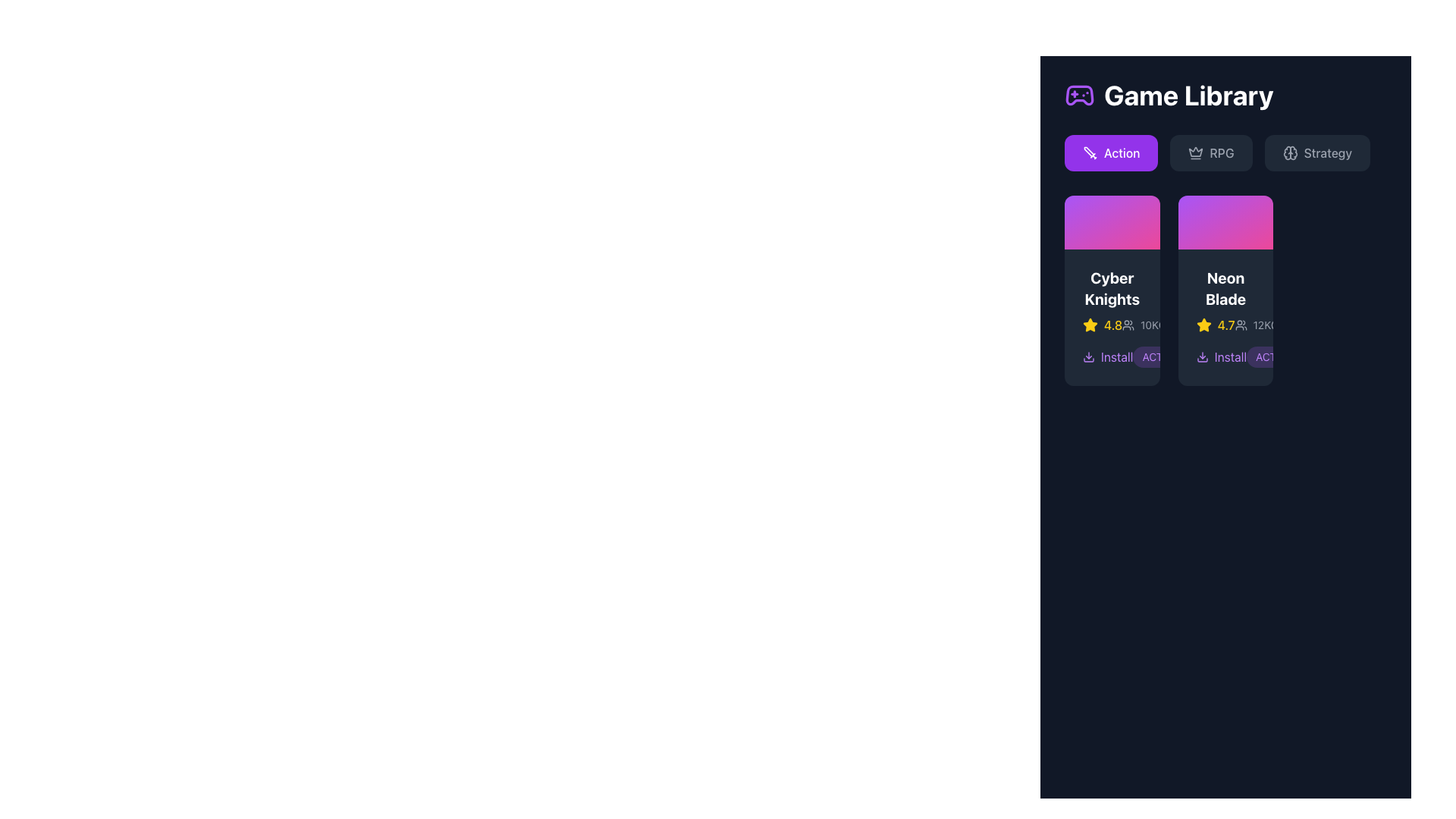 The image size is (1456, 819). What do you see at coordinates (1225, 324) in the screenshot?
I see `the yellow star icon in the rating indicator of the 'Neon Blade' game card to interact with the rating` at bounding box center [1225, 324].